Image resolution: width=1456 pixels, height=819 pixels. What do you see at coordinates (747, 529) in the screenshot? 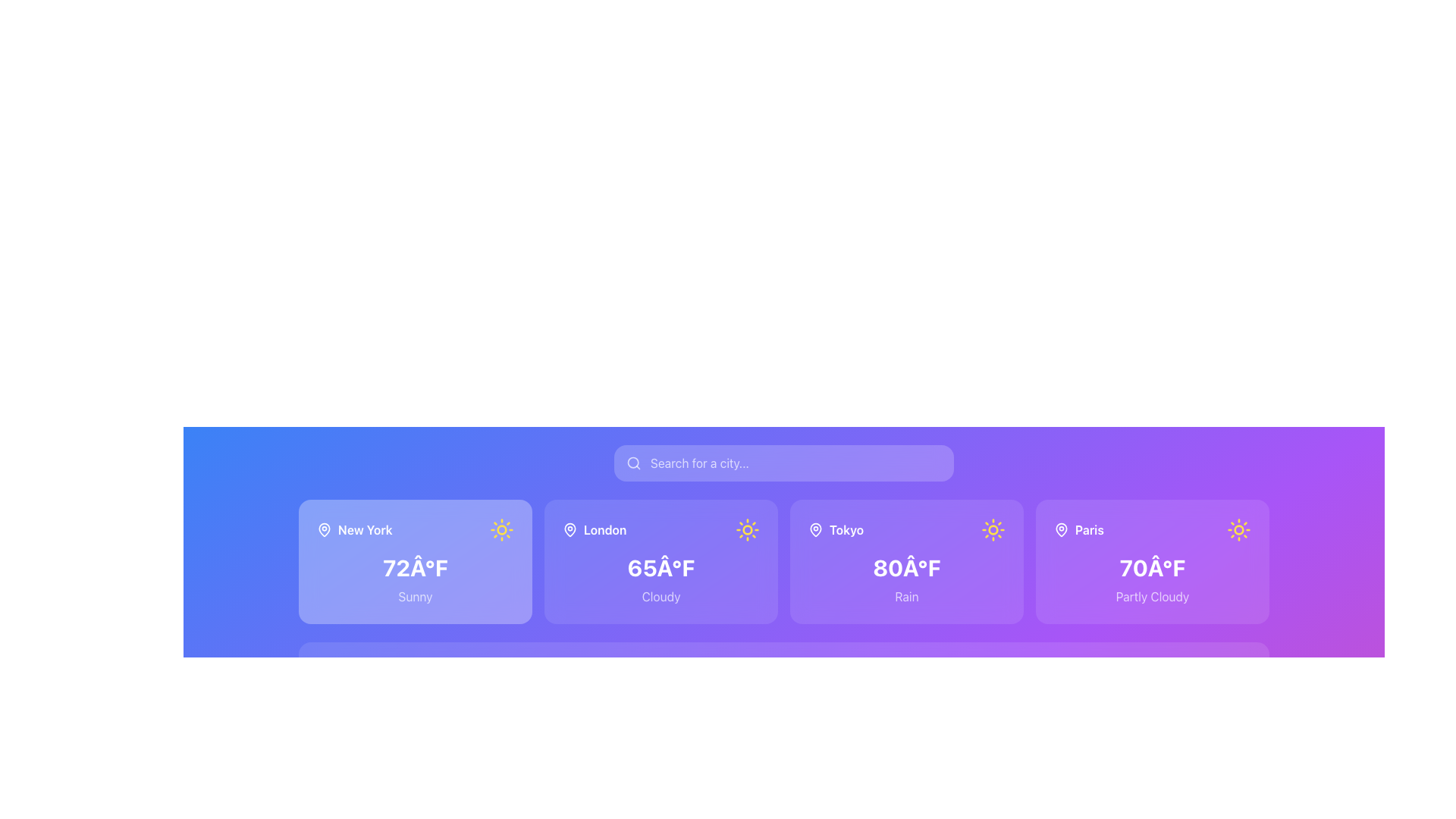
I see `the decorative element representing the core of the sun within the weather icon for 'London', located in the upper right part of the card` at bounding box center [747, 529].